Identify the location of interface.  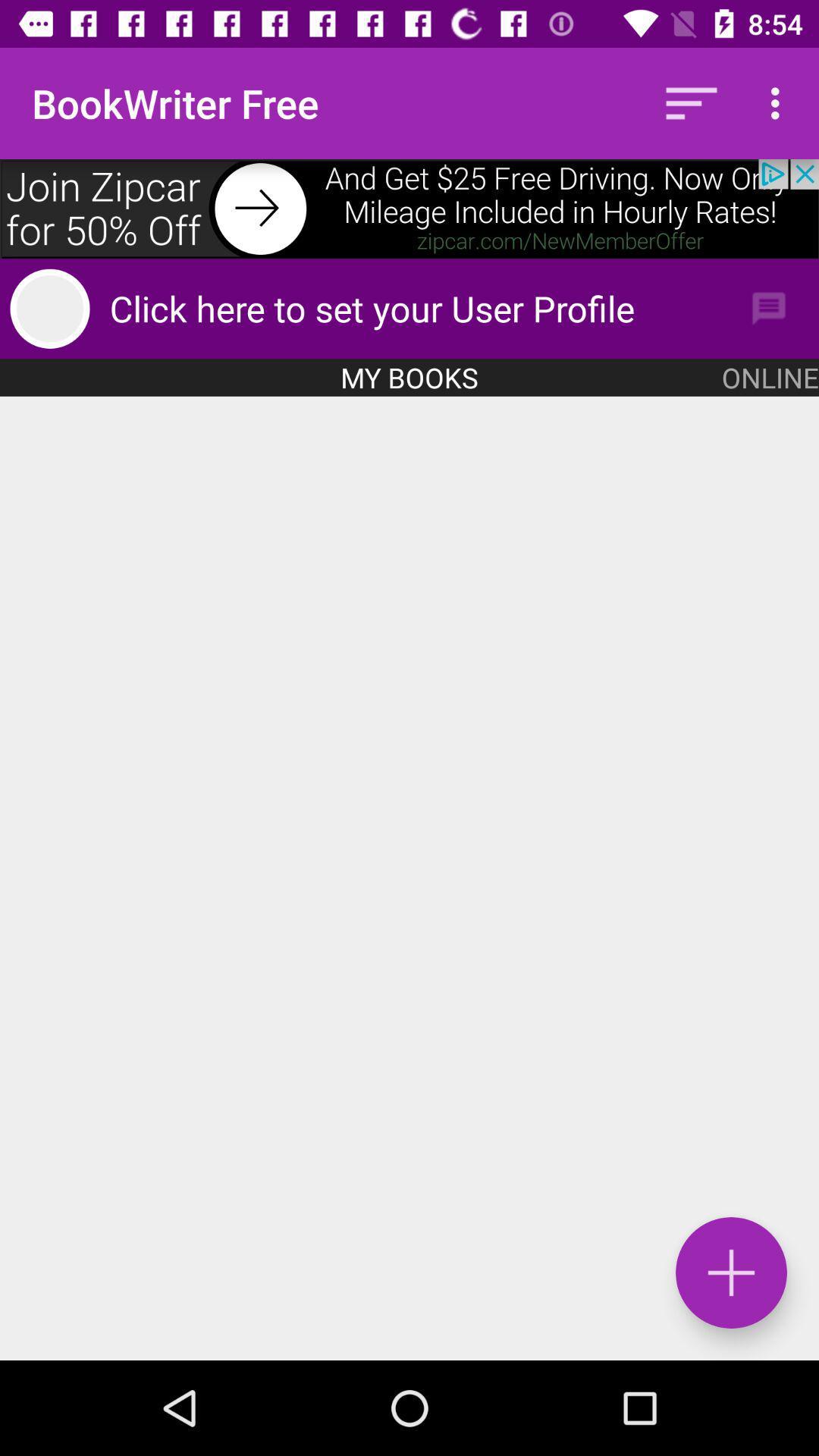
(409, 878).